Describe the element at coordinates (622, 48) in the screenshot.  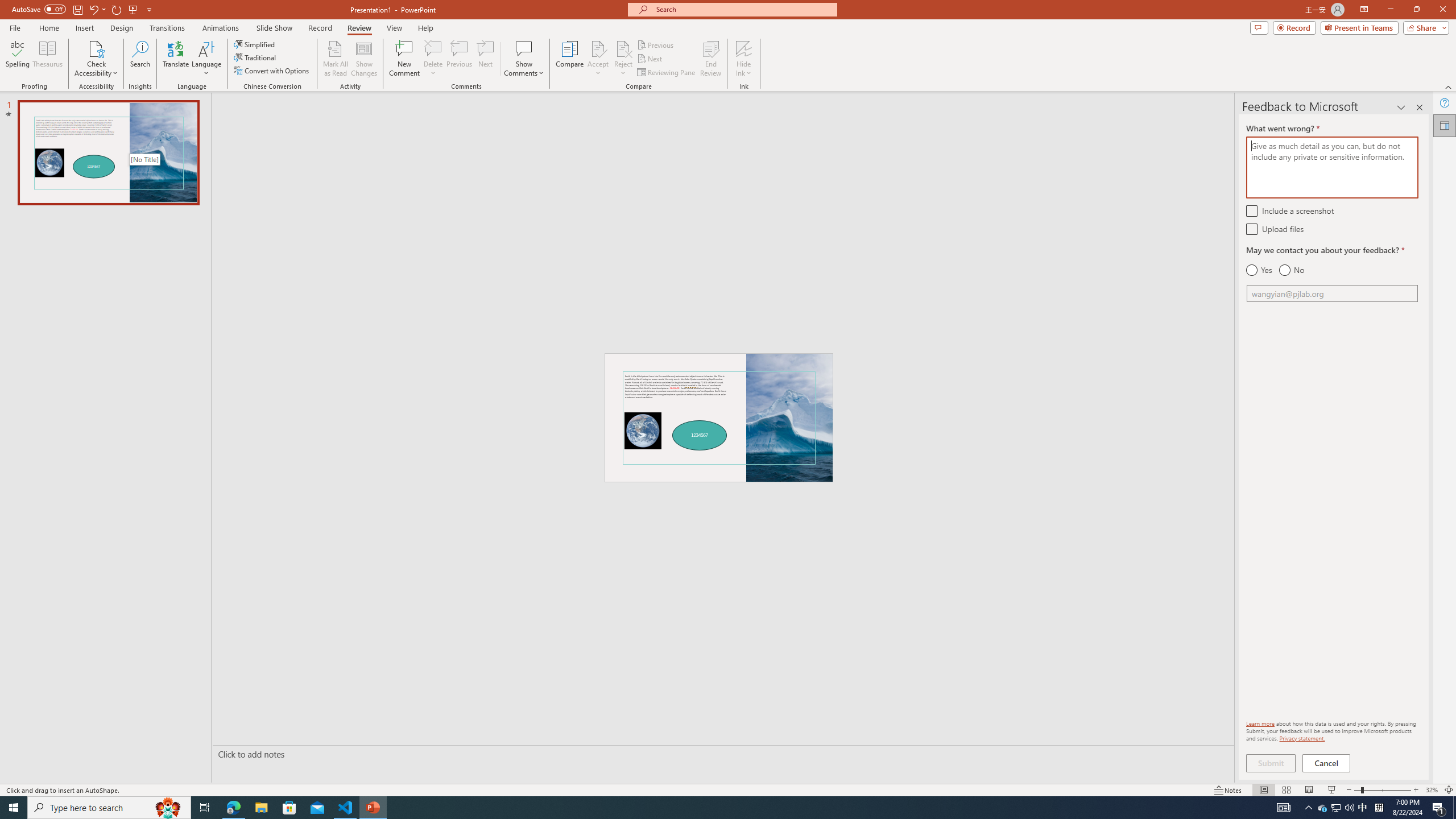
I see `'Reject Change'` at that location.